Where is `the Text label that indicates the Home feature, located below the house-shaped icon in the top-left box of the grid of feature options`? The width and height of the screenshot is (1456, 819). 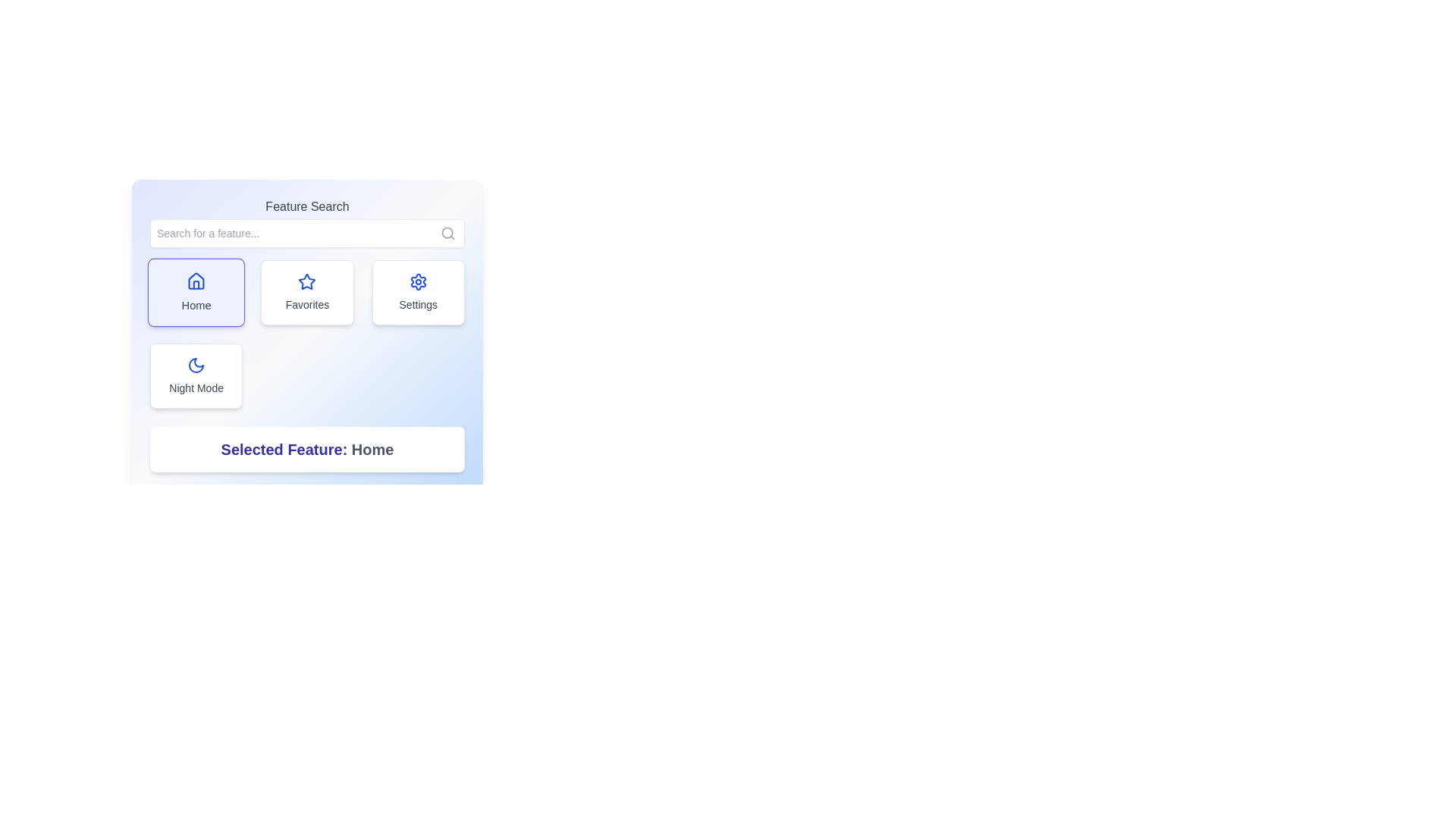 the Text label that indicates the Home feature, located below the house-shaped icon in the top-left box of the grid of feature options is located at coordinates (196, 305).